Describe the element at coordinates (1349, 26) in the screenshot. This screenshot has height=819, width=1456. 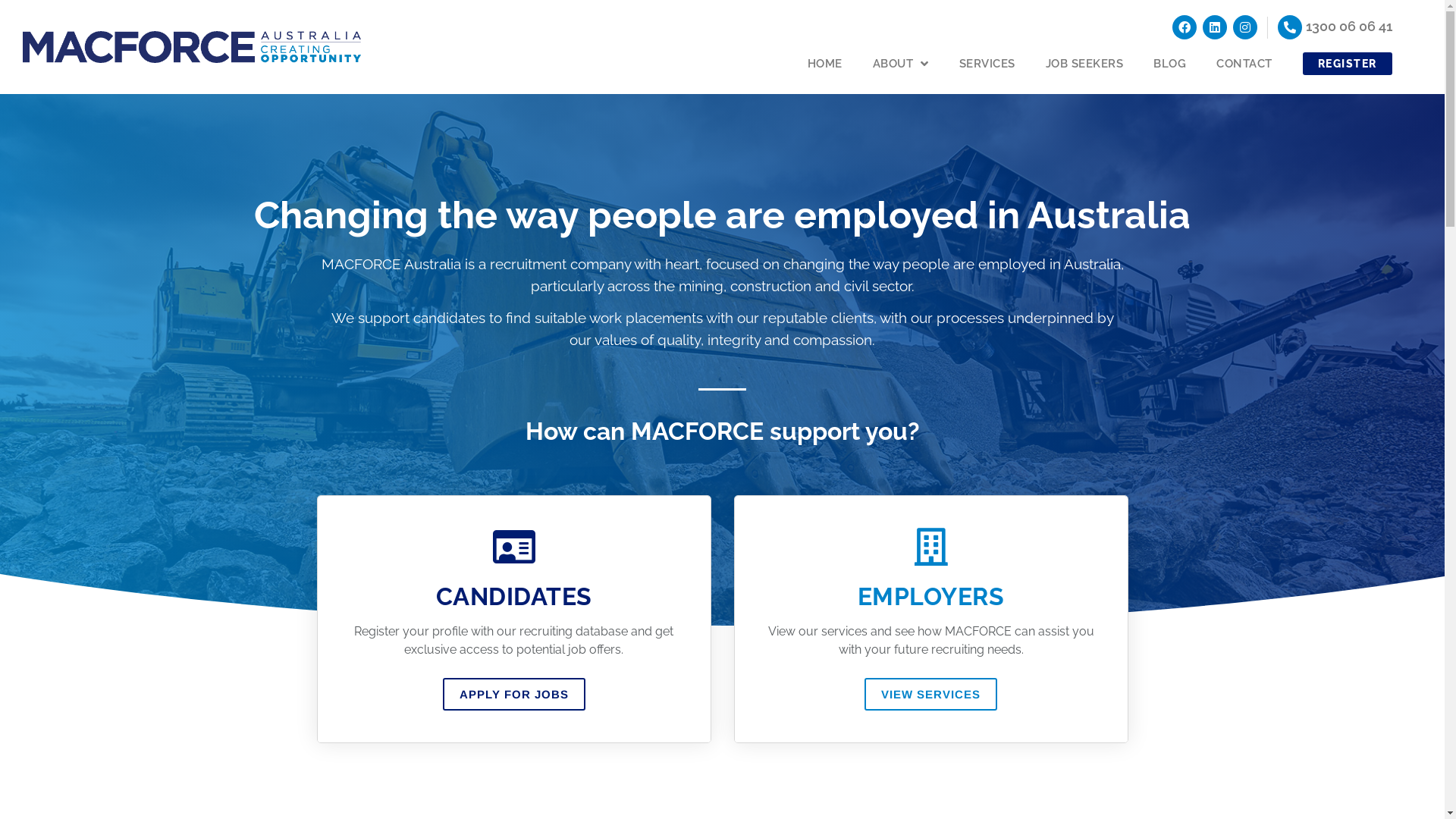
I see `'1300 06 06 41'` at that location.